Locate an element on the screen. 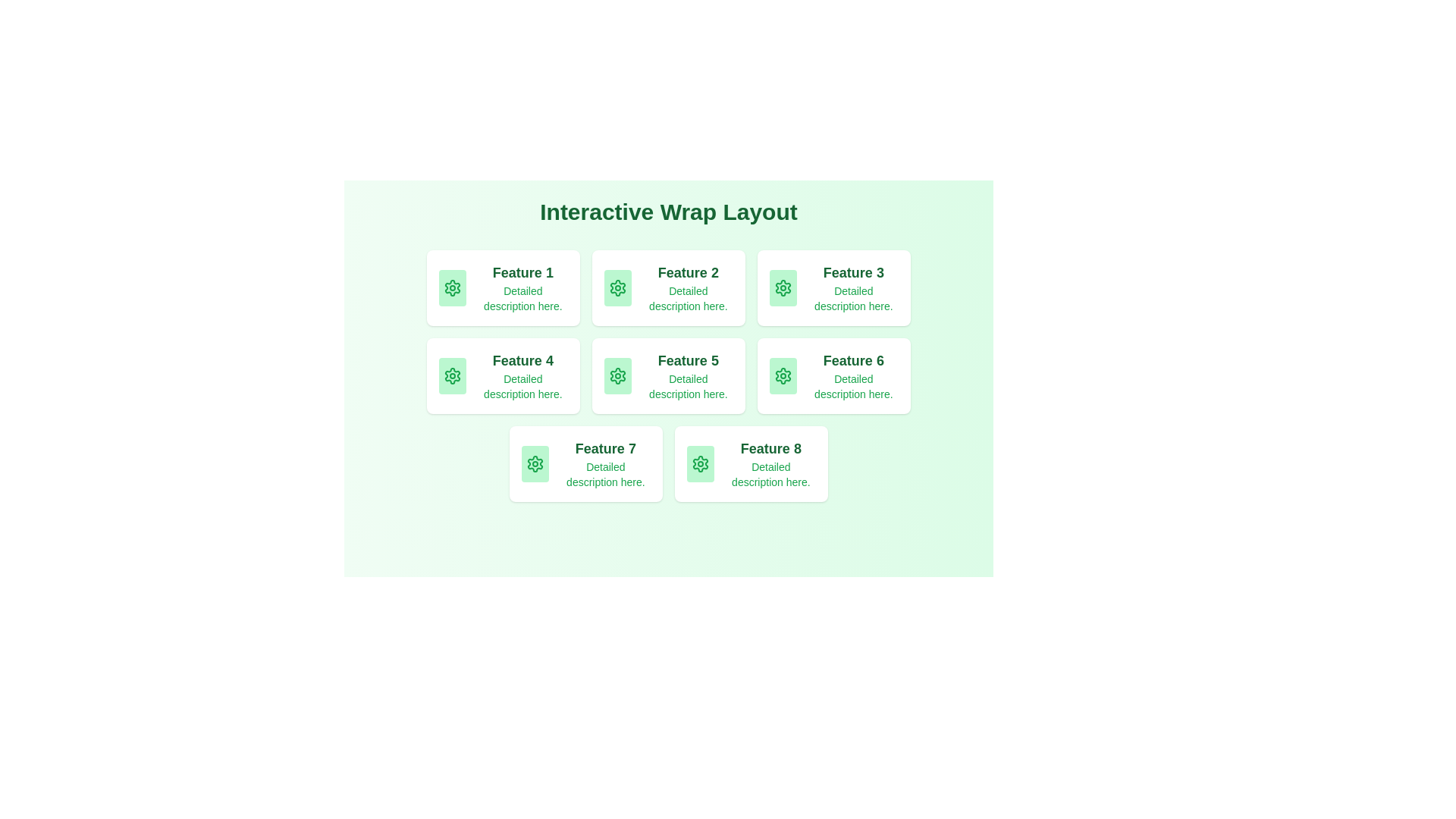 The height and width of the screenshot is (819, 1456). the header text element located within the card labeled 'Feature 4 Detailed description here.', which is the first text element inside the card is located at coordinates (522, 360).